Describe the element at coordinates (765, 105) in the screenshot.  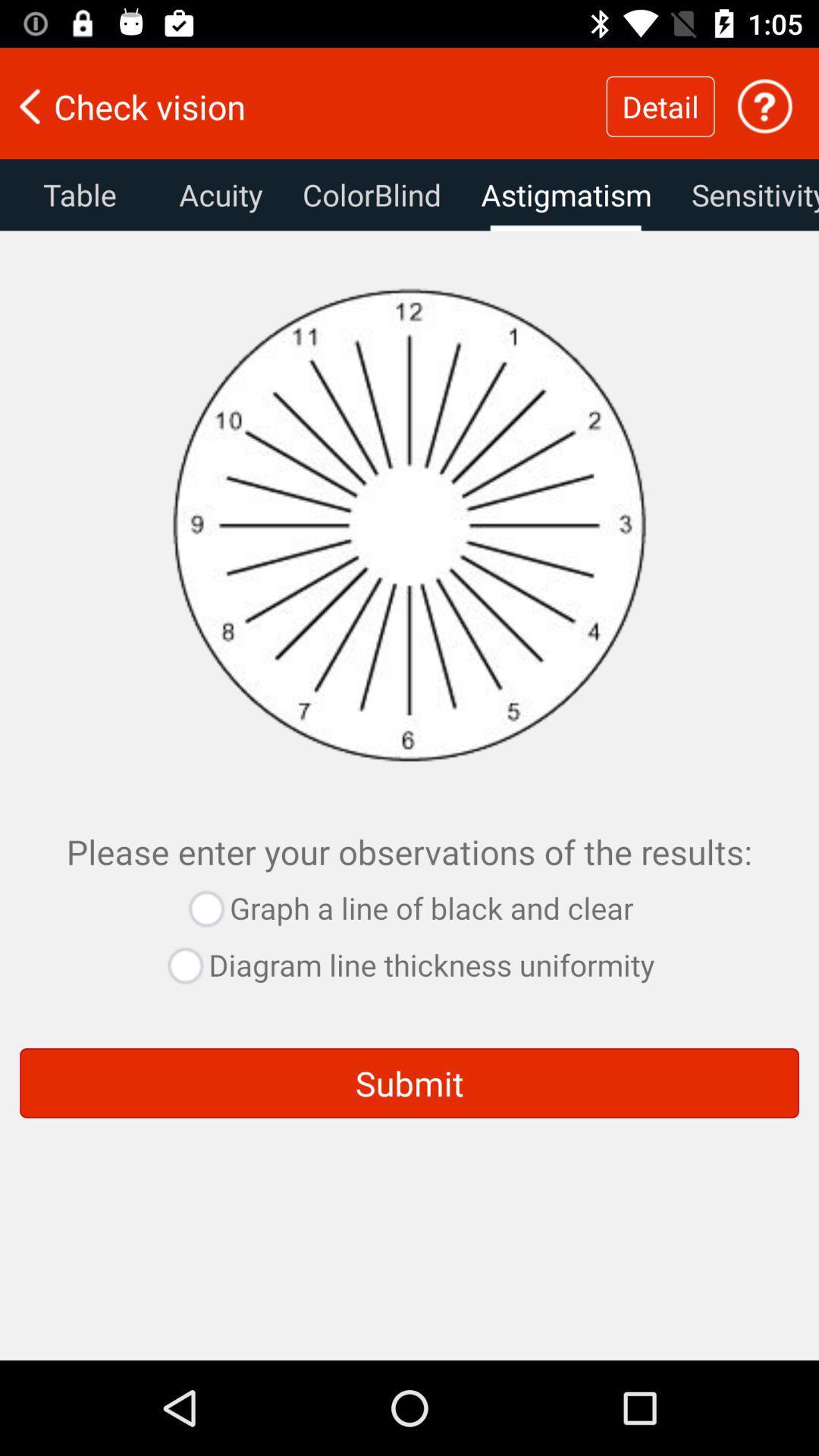
I see `the icon which is to the right side of the detail` at that location.